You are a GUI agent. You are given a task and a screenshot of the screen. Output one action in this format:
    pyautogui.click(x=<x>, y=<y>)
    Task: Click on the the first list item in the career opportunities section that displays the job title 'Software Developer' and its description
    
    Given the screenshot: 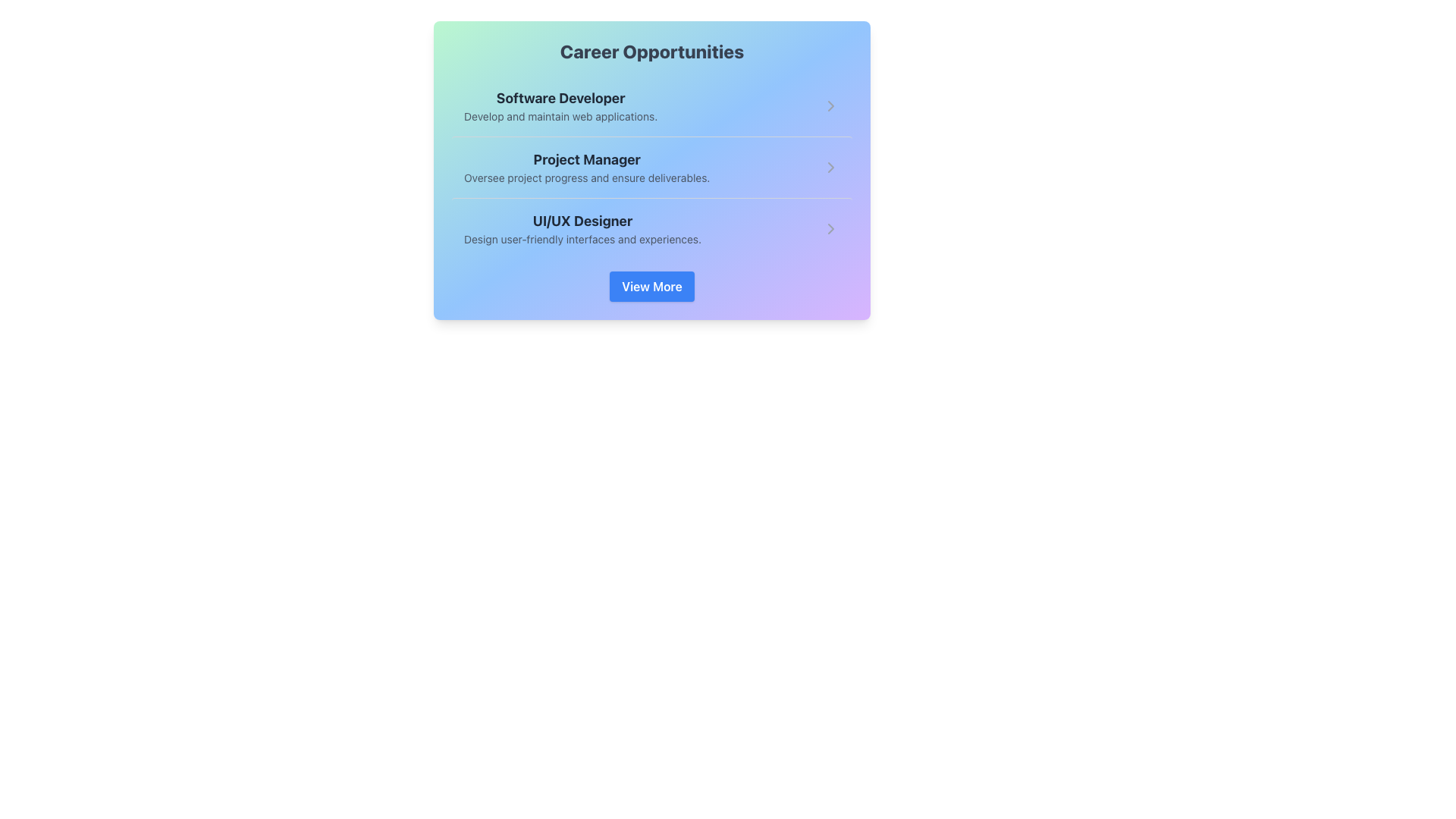 What is the action you would take?
    pyautogui.click(x=560, y=105)
    